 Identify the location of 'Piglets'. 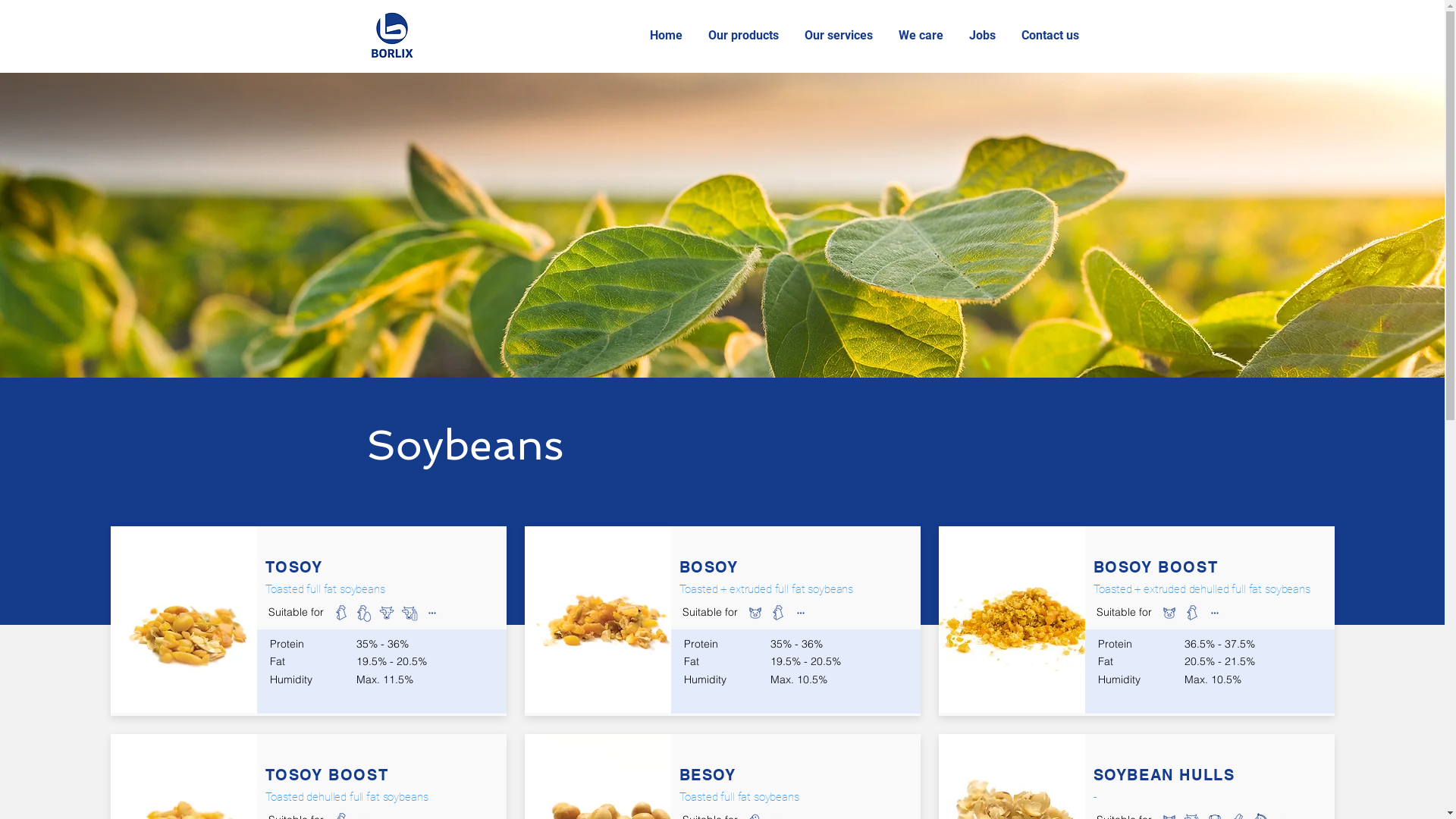
(1167, 610).